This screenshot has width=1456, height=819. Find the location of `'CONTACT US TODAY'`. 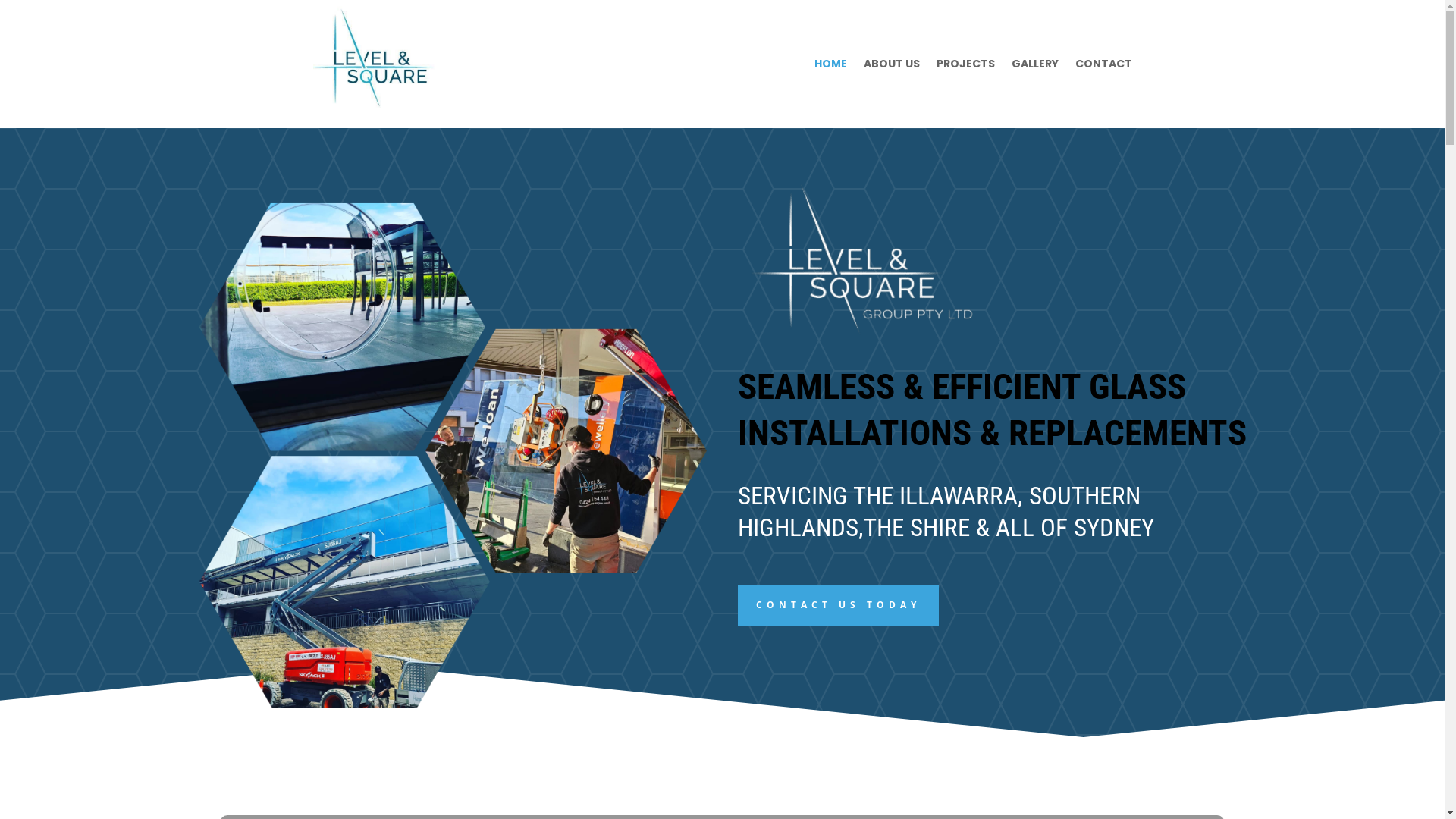

'CONTACT US TODAY' is located at coordinates (738, 604).